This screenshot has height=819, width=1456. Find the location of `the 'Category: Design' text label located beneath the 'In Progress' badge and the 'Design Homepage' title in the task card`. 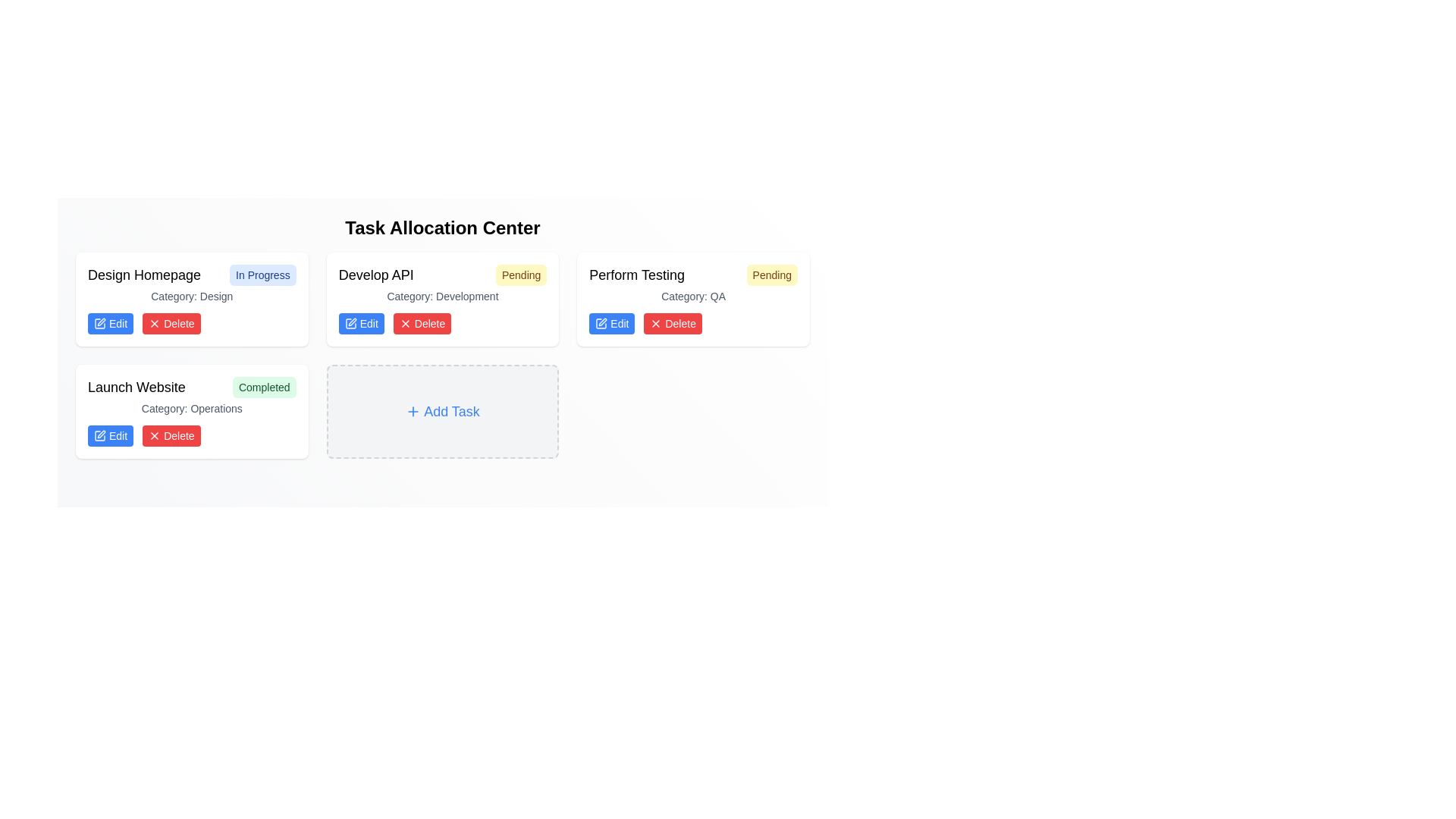

the 'Category: Design' text label located beneath the 'In Progress' badge and the 'Design Homepage' title in the task card is located at coordinates (191, 296).